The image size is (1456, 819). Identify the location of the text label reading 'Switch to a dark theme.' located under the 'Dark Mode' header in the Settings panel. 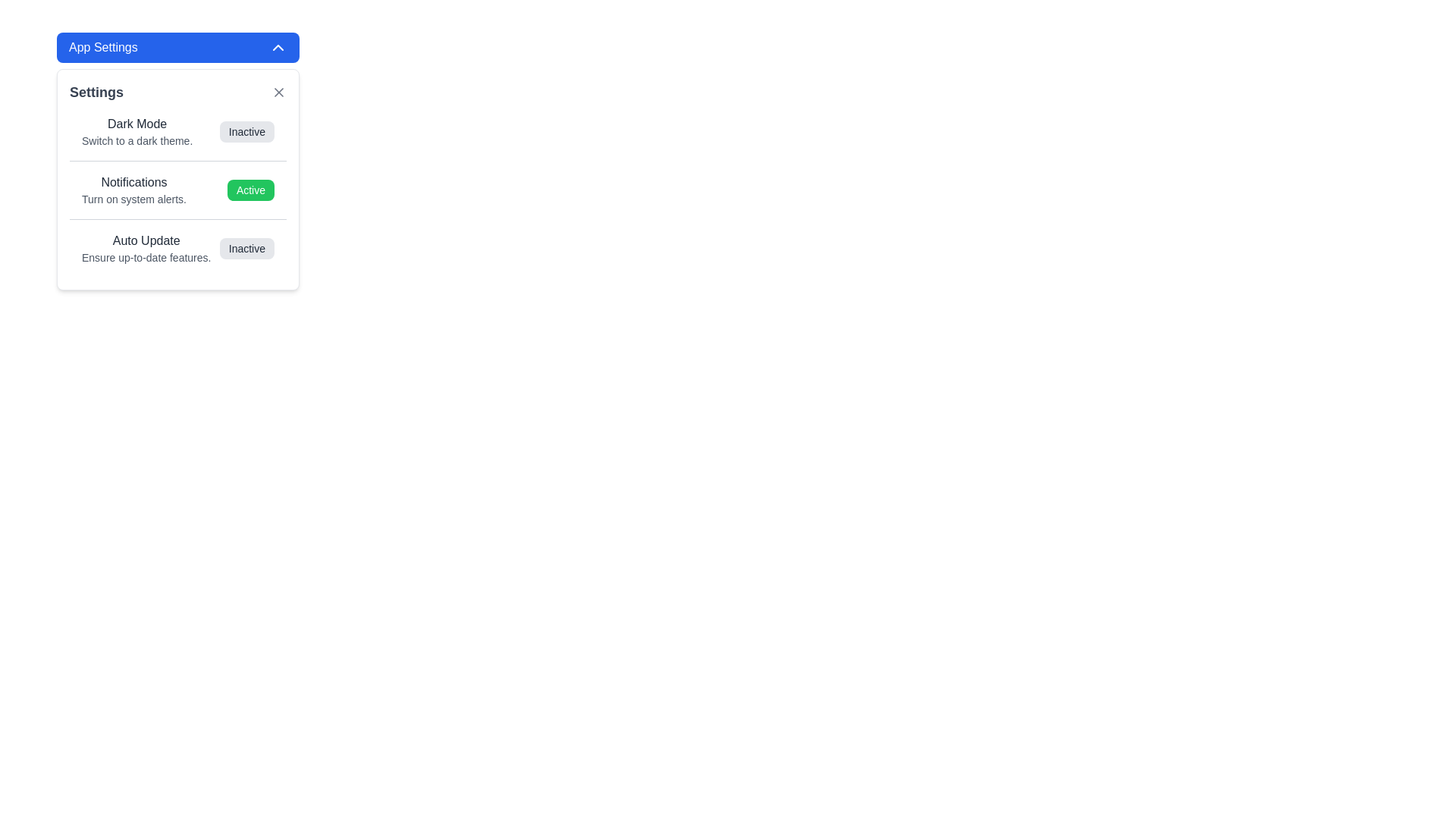
(137, 140).